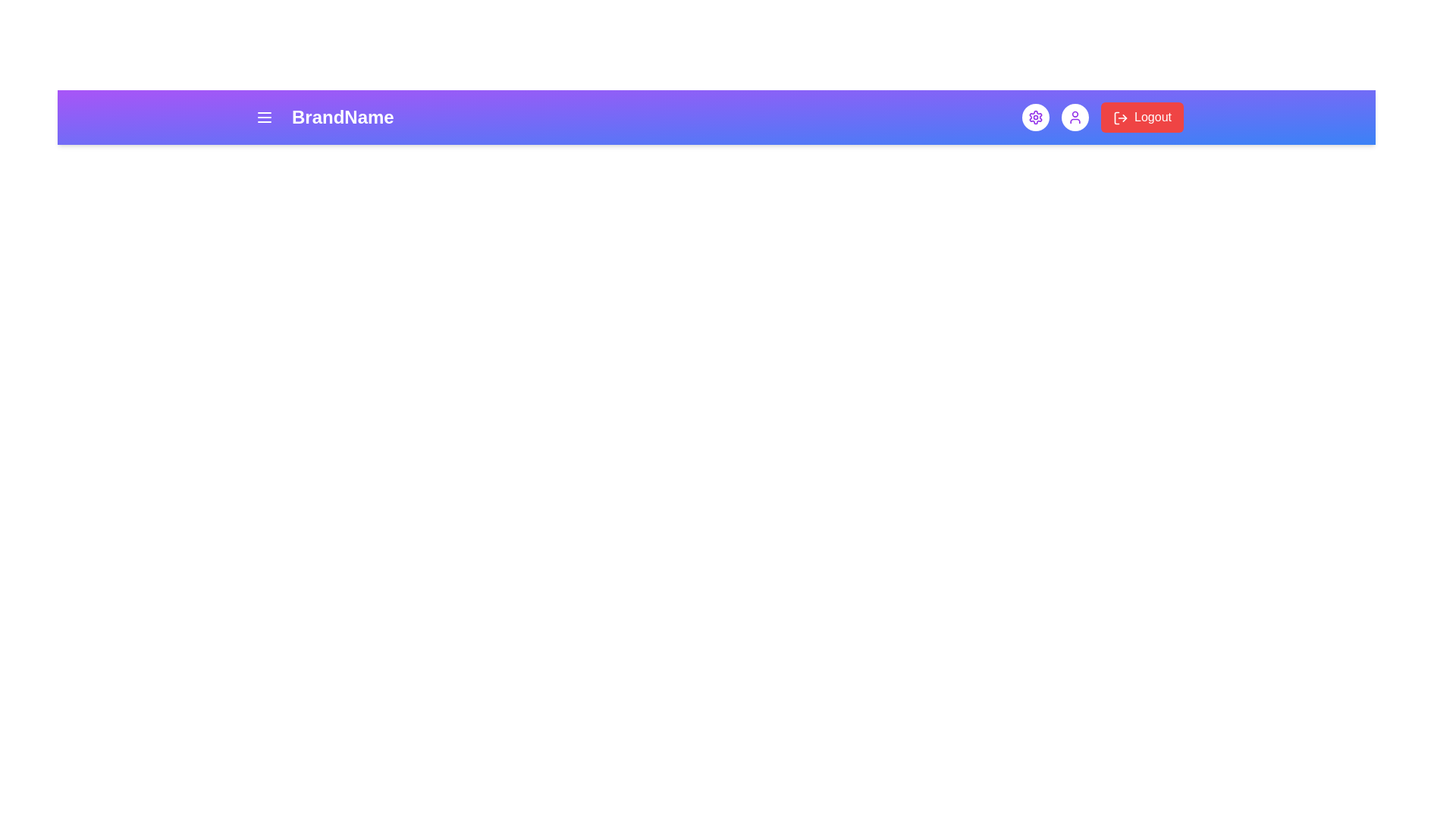 The height and width of the screenshot is (819, 1456). Describe the element at coordinates (1142, 116) in the screenshot. I see `the logout button to log out of the application` at that location.